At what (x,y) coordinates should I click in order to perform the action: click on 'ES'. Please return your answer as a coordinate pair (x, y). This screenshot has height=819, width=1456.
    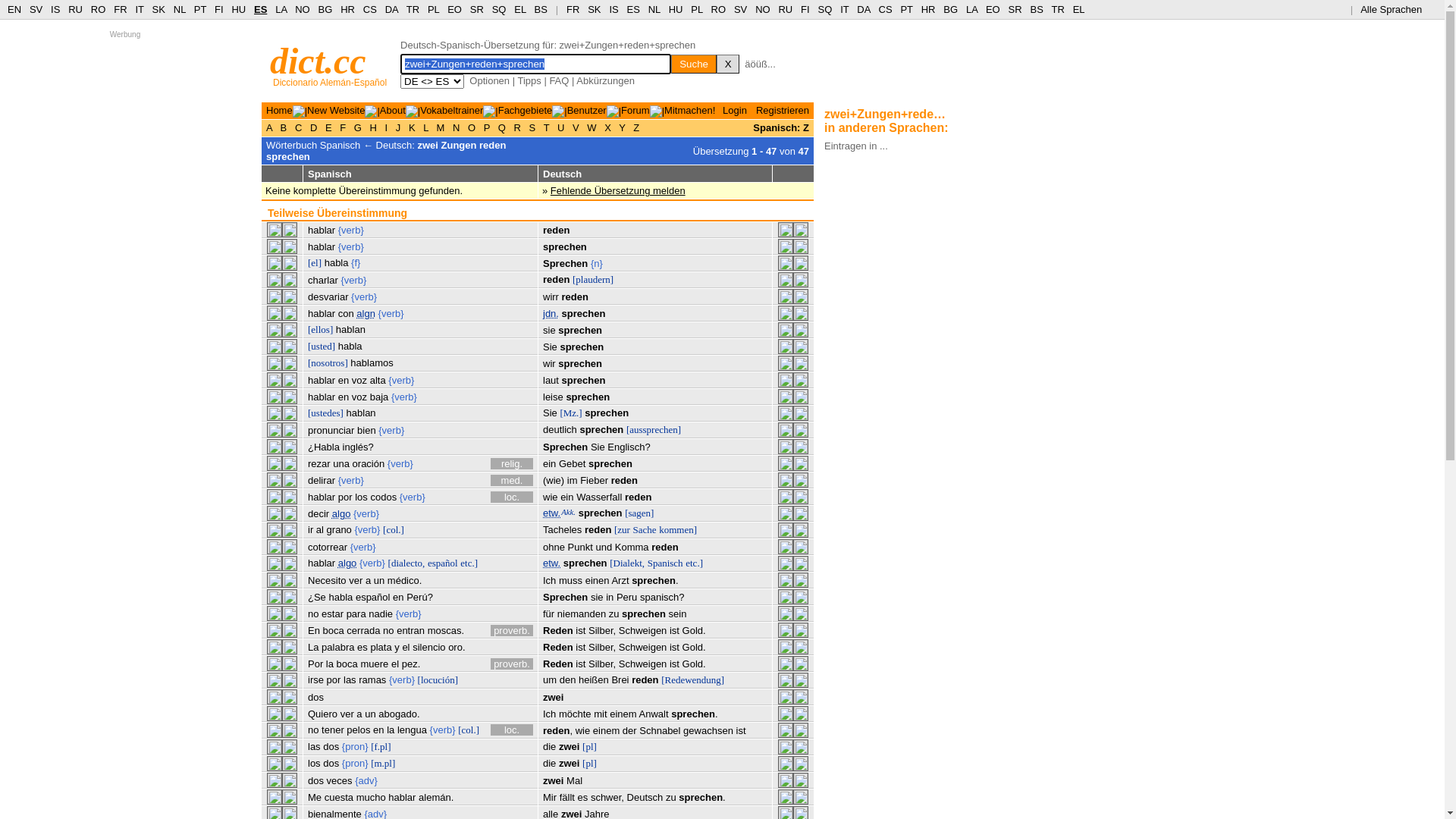
    Looking at the image, I should click on (633, 9).